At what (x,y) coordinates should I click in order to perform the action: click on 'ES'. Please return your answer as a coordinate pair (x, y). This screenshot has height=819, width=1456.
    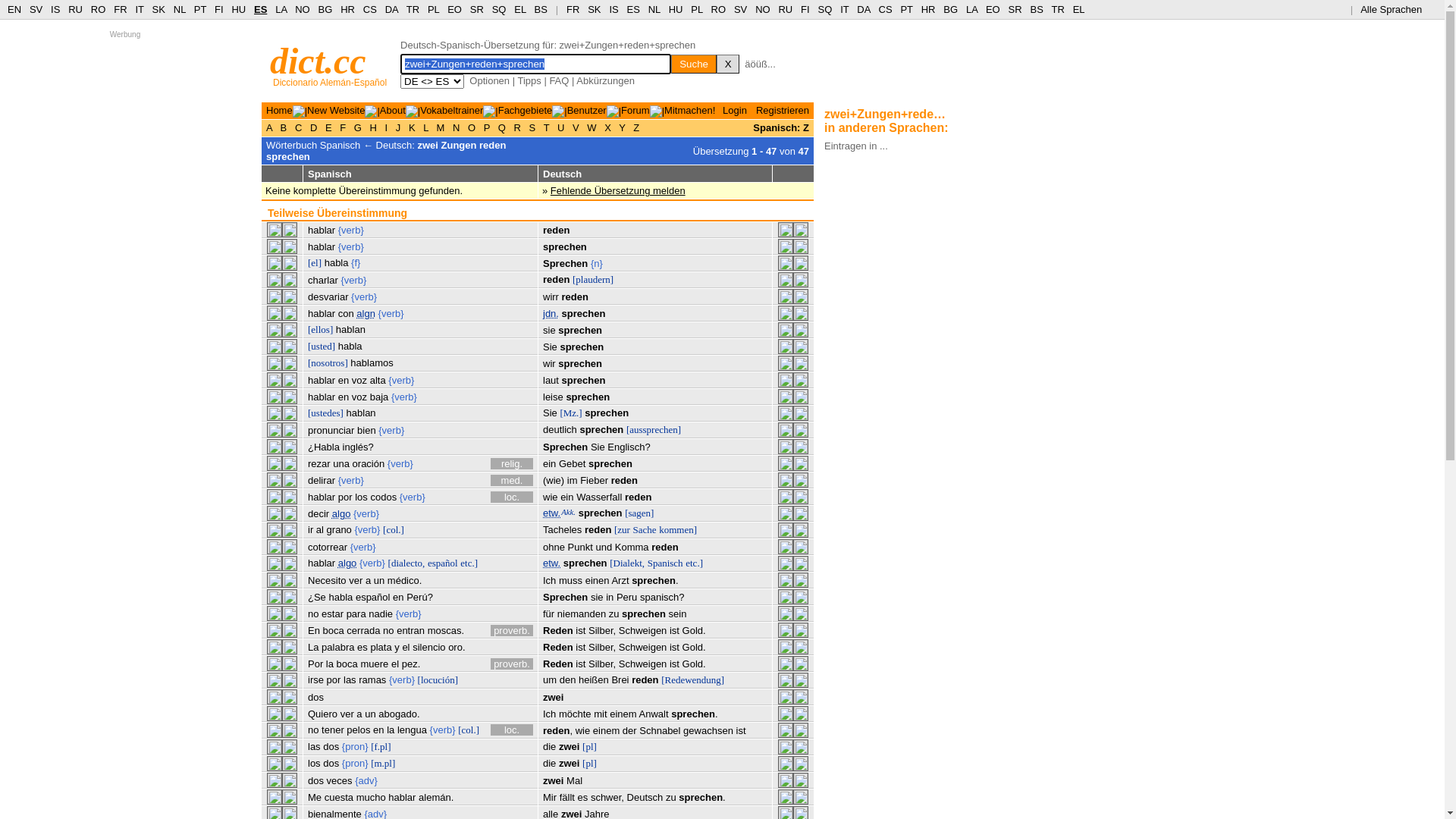
    Looking at the image, I should click on (633, 9).